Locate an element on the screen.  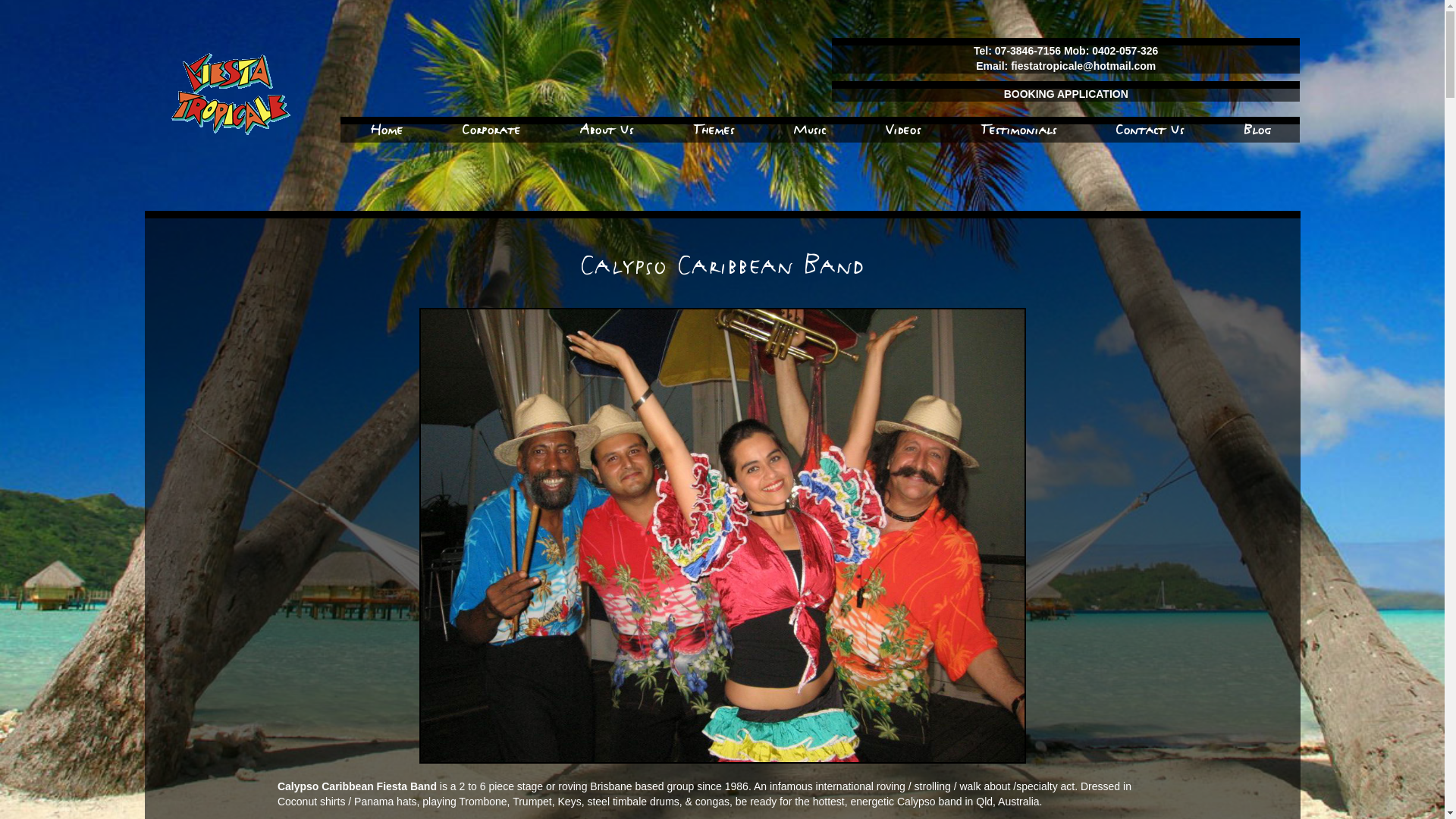
'07-3846-7156' is located at coordinates (1029, 49).